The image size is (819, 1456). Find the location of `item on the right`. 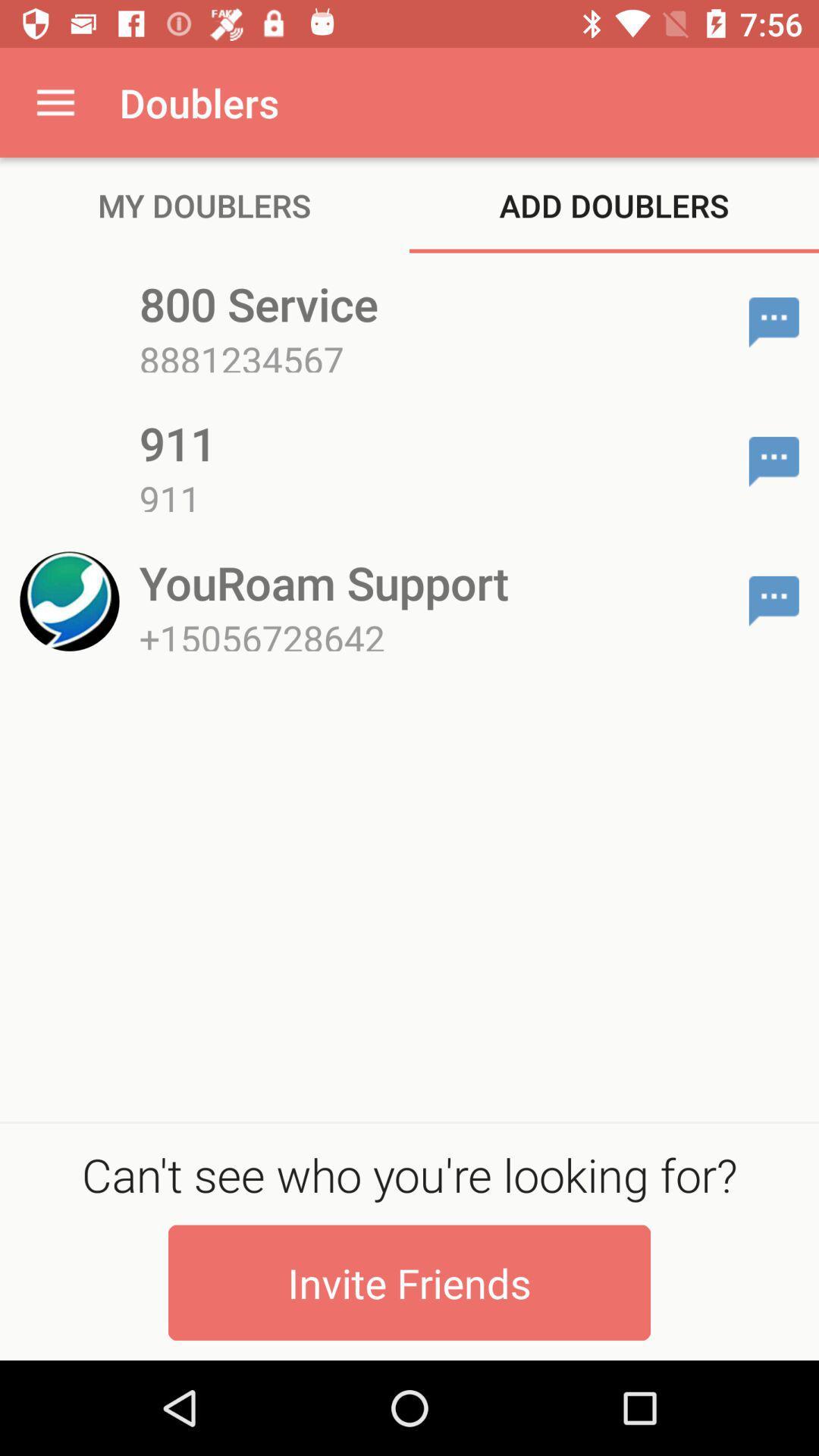

item on the right is located at coordinates (773, 600).